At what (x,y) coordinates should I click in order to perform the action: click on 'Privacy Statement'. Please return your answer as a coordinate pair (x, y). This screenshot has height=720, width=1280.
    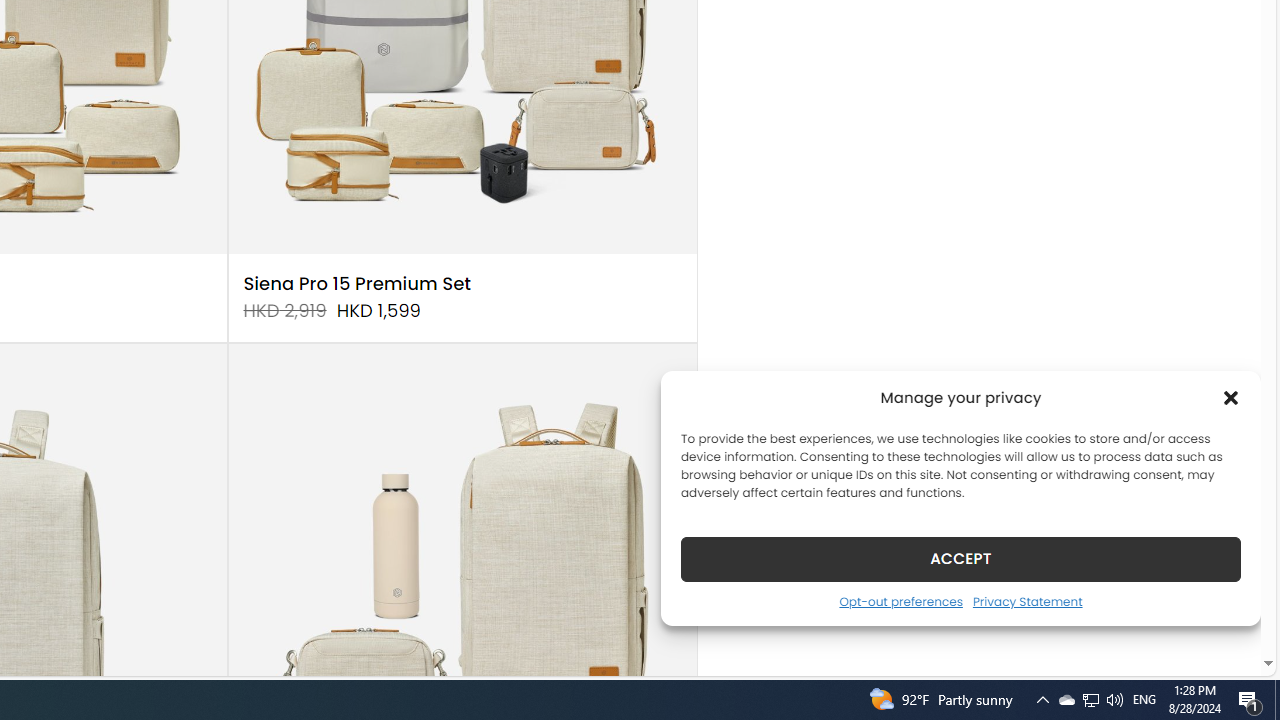
    Looking at the image, I should click on (1027, 600).